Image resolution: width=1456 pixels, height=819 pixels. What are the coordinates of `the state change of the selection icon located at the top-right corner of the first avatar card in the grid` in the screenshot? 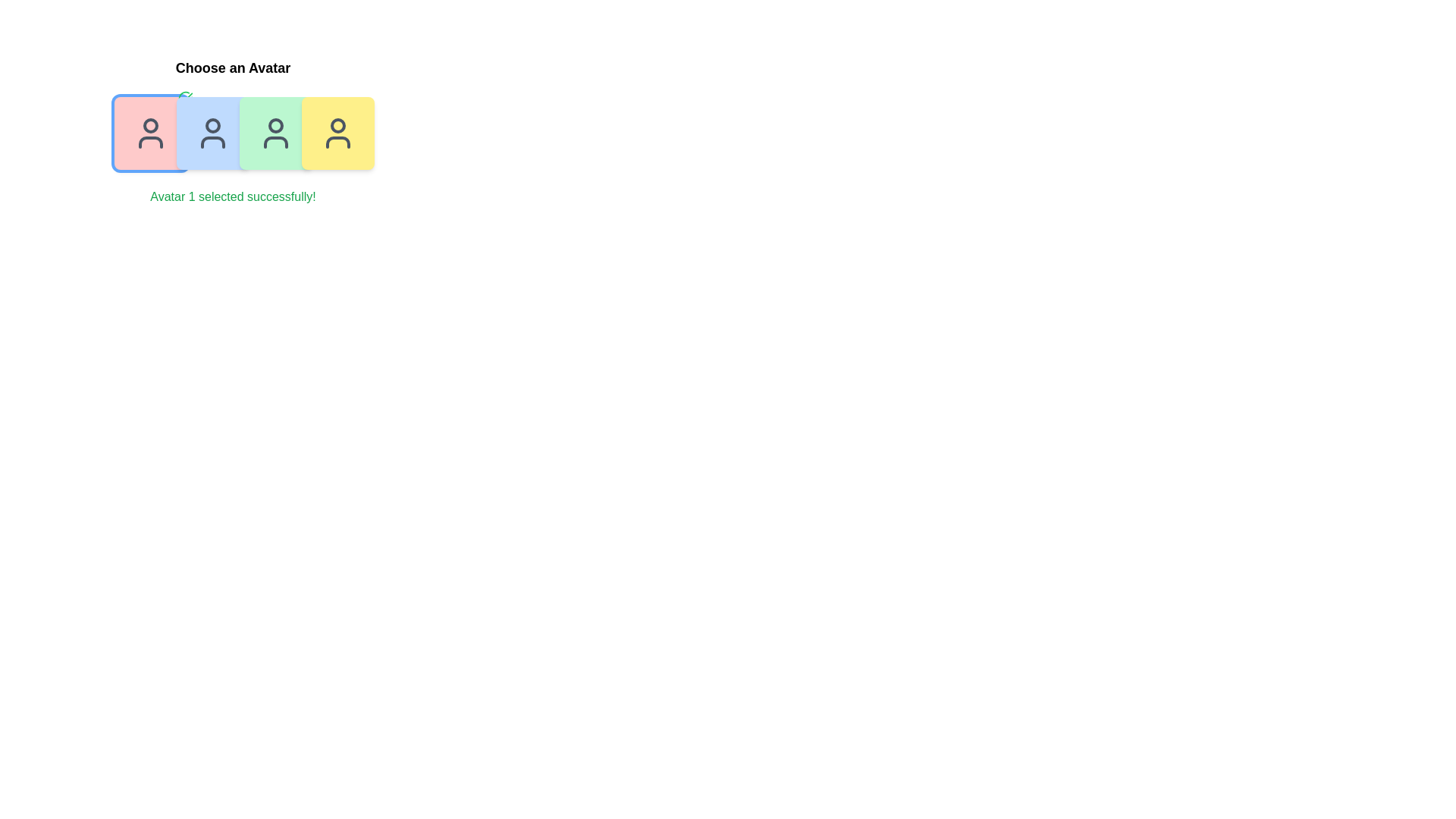 It's located at (184, 99).